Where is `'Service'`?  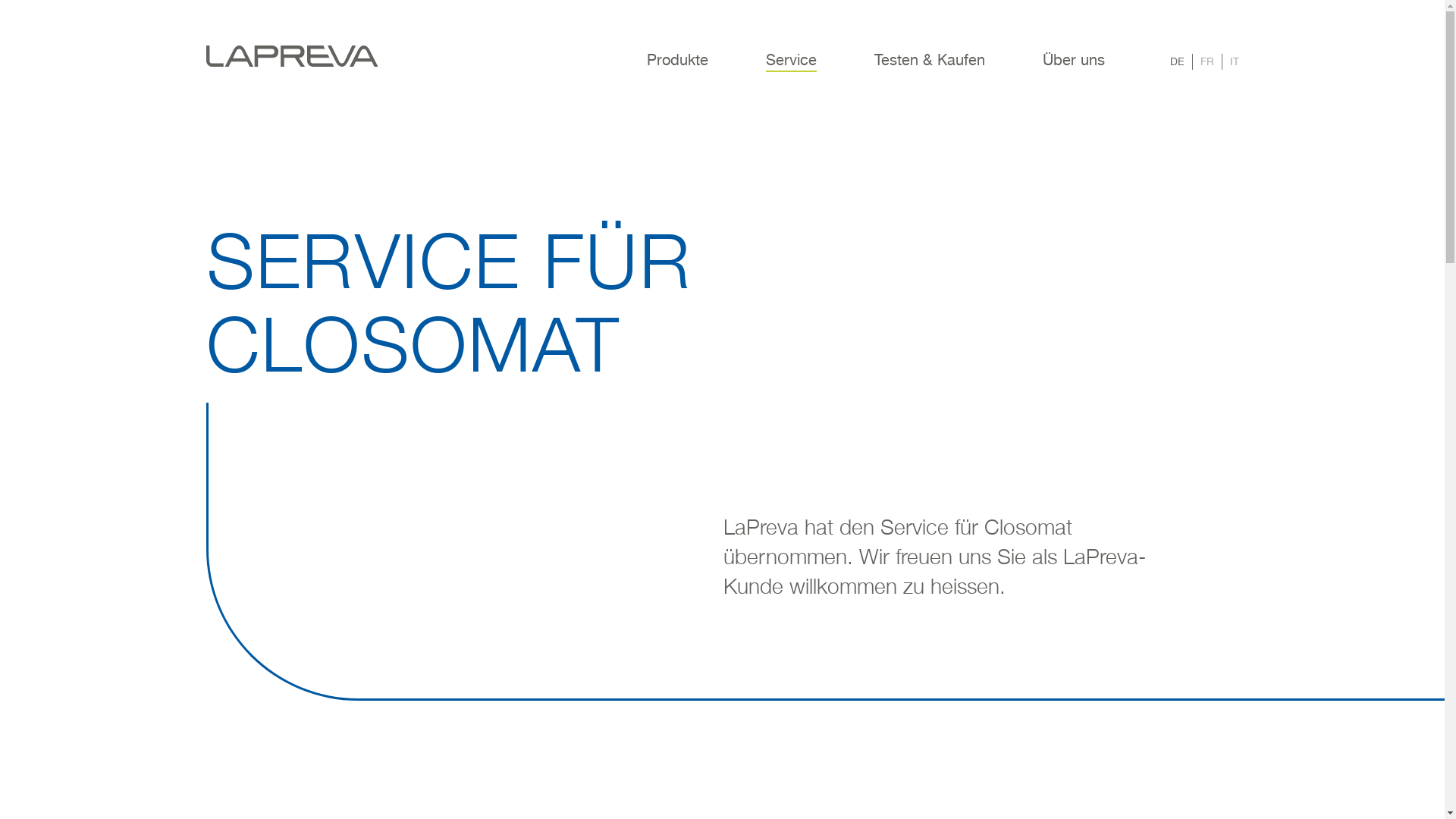 'Service' is located at coordinates (790, 70).